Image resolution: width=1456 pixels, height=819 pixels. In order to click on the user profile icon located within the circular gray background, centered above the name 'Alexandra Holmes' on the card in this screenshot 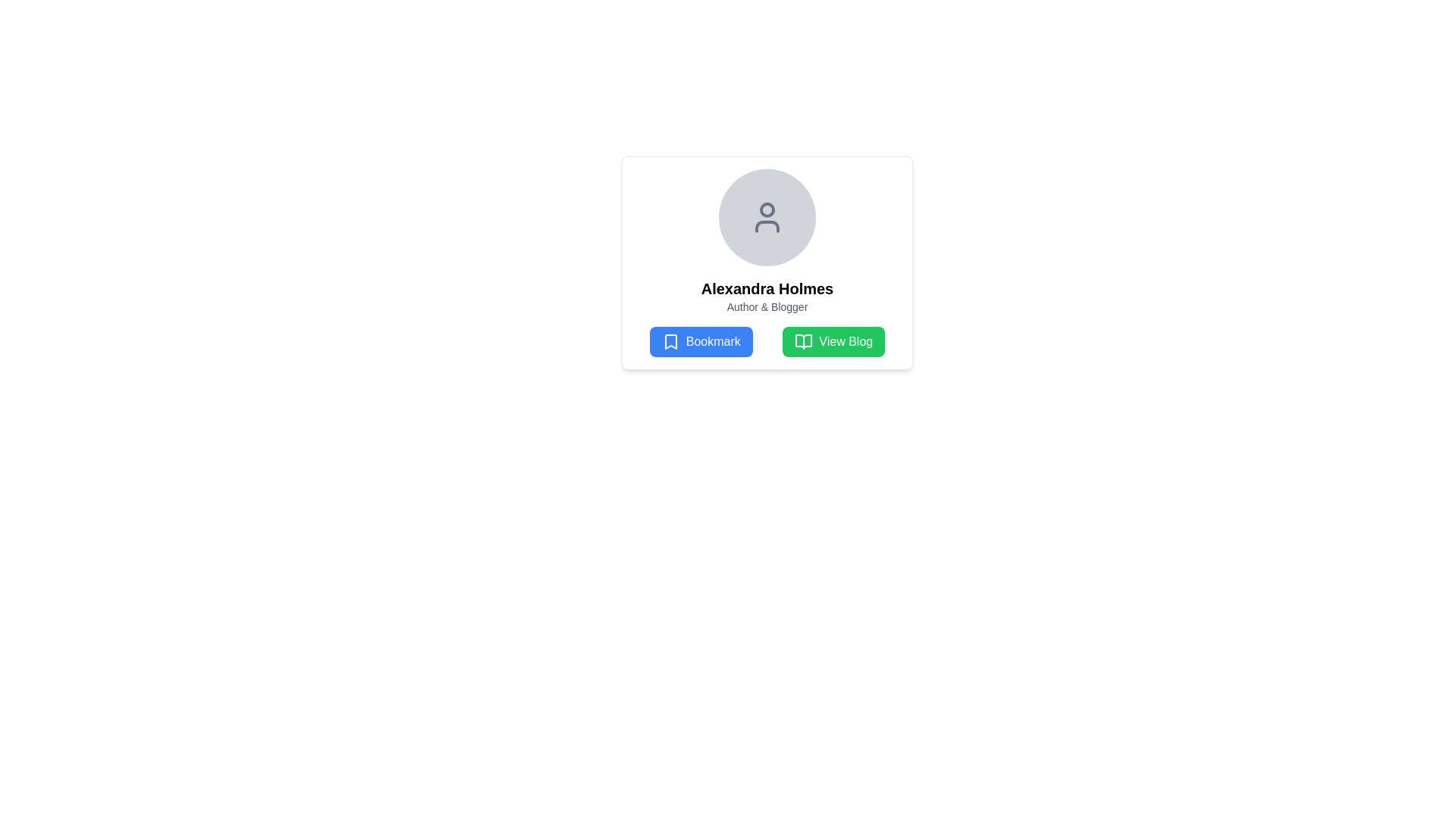, I will do `click(767, 217)`.